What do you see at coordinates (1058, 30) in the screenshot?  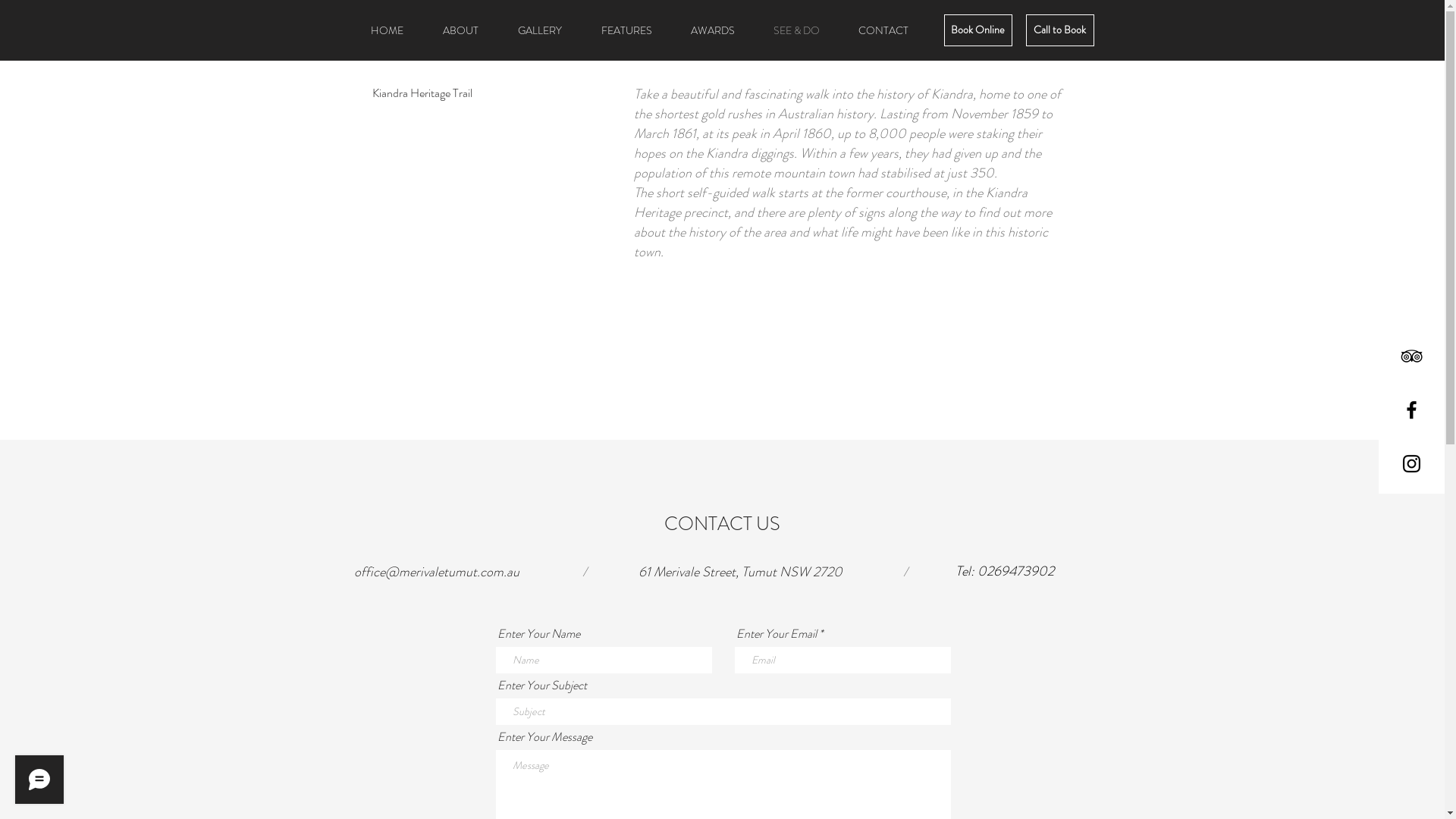 I see `'Call to Book'` at bounding box center [1058, 30].